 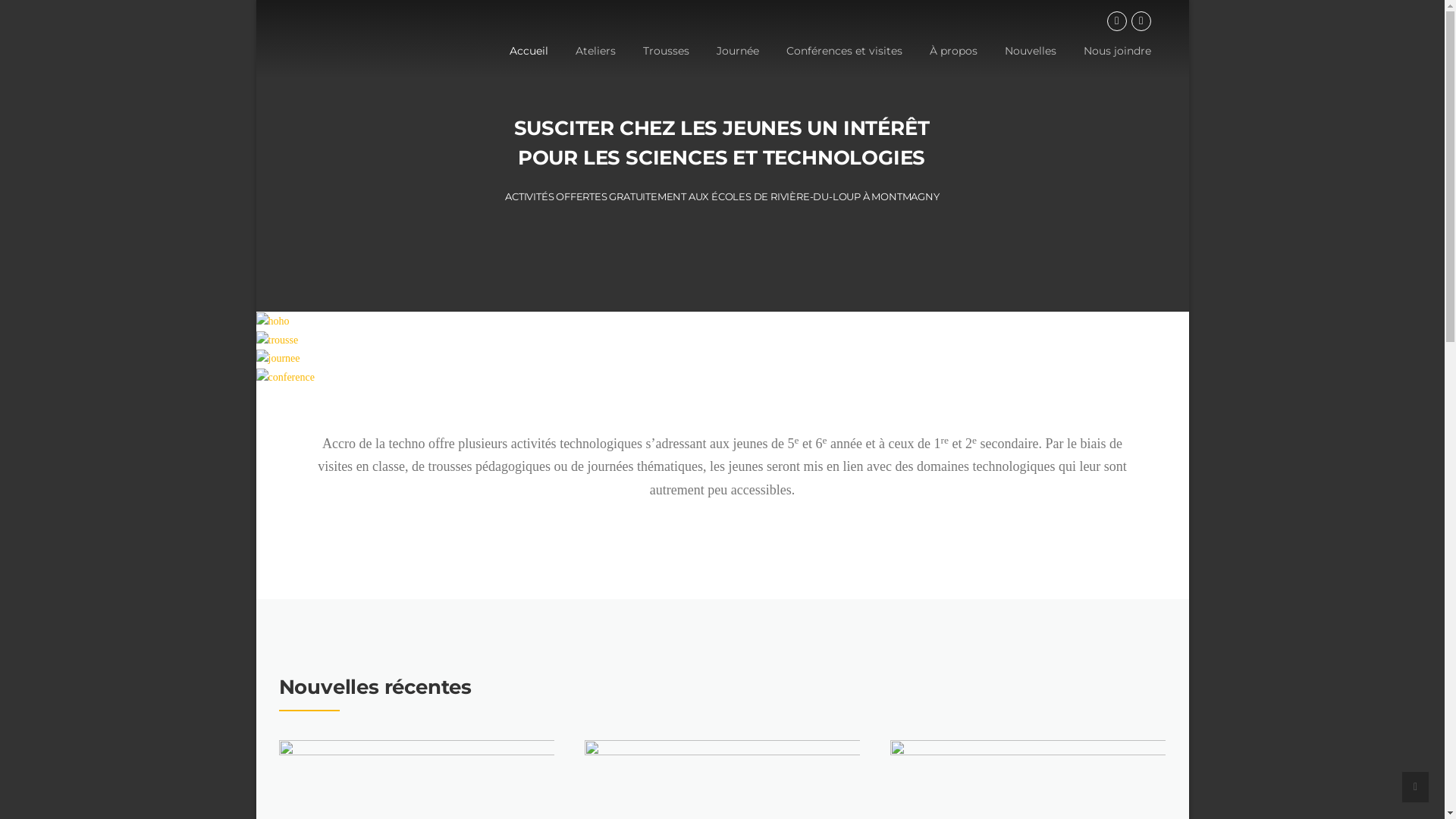 What do you see at coordinates (277, 339) in the screenshot?
I see `'trousse'` at bounding box center [277, 339].